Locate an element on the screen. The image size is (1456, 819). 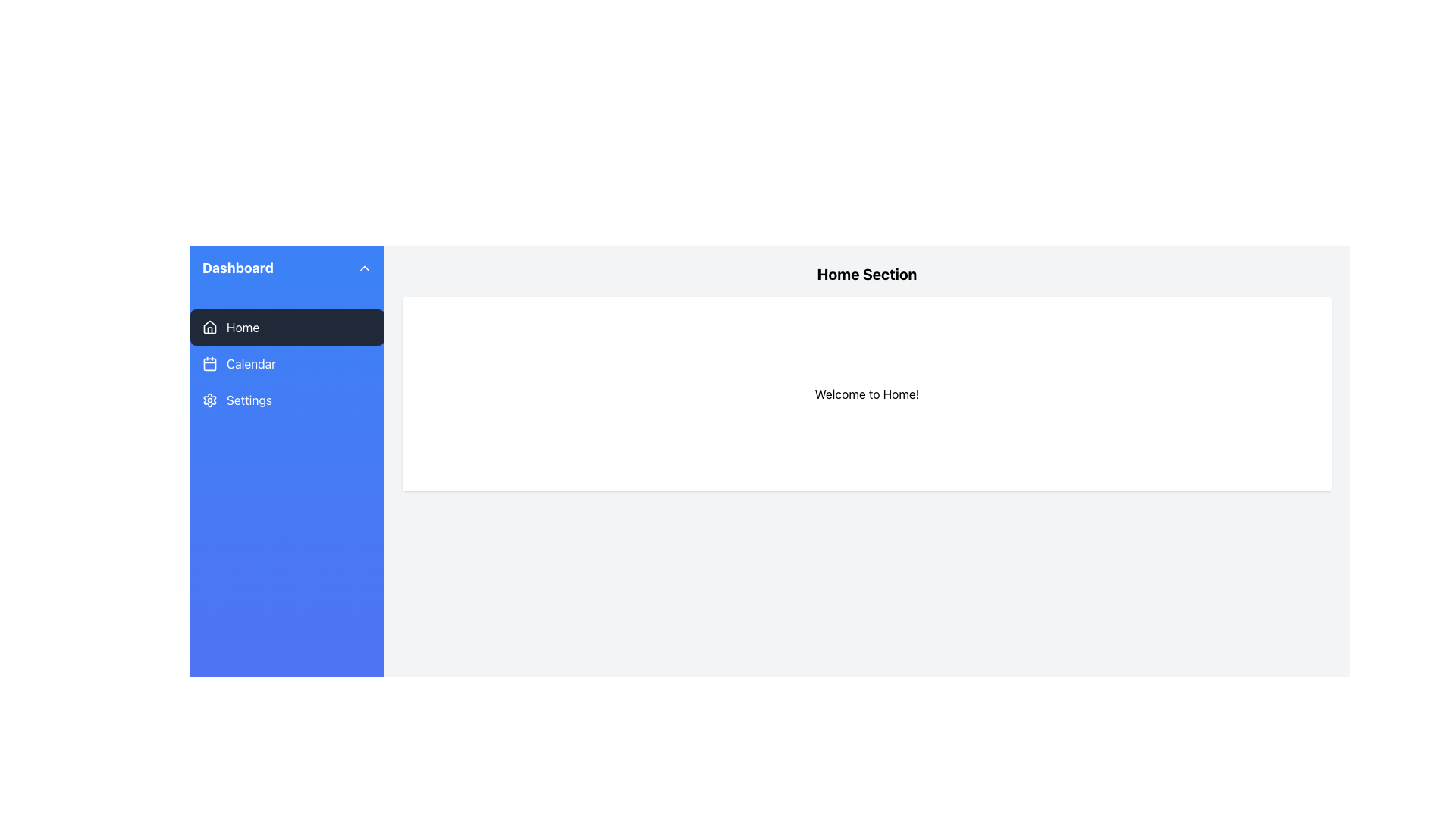
the upward-pointing chevron icon button located in the top-right corner of the sidebar header is located at coordinates (364, 268).